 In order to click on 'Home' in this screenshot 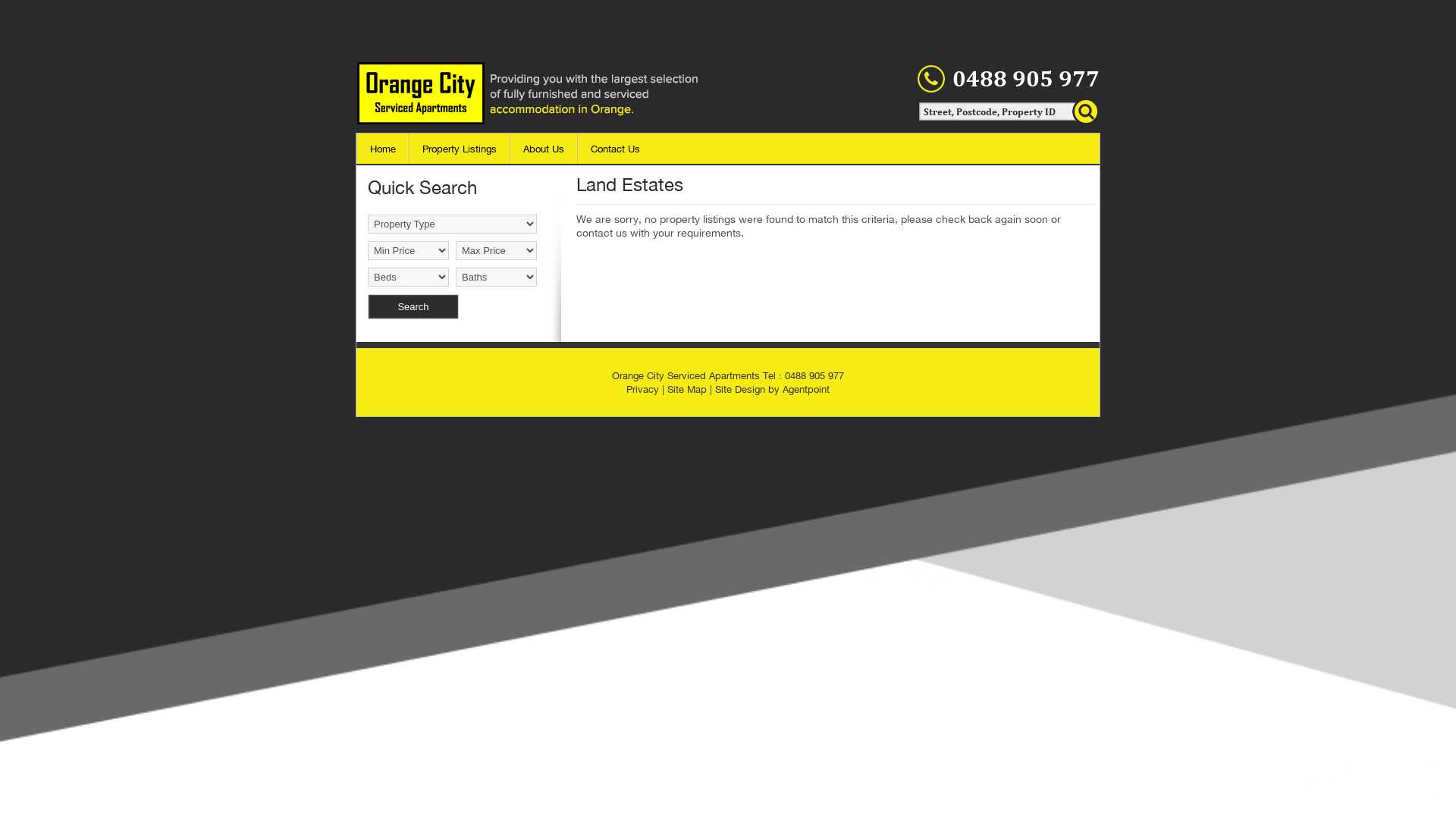, I will do `click(382, 149)`.